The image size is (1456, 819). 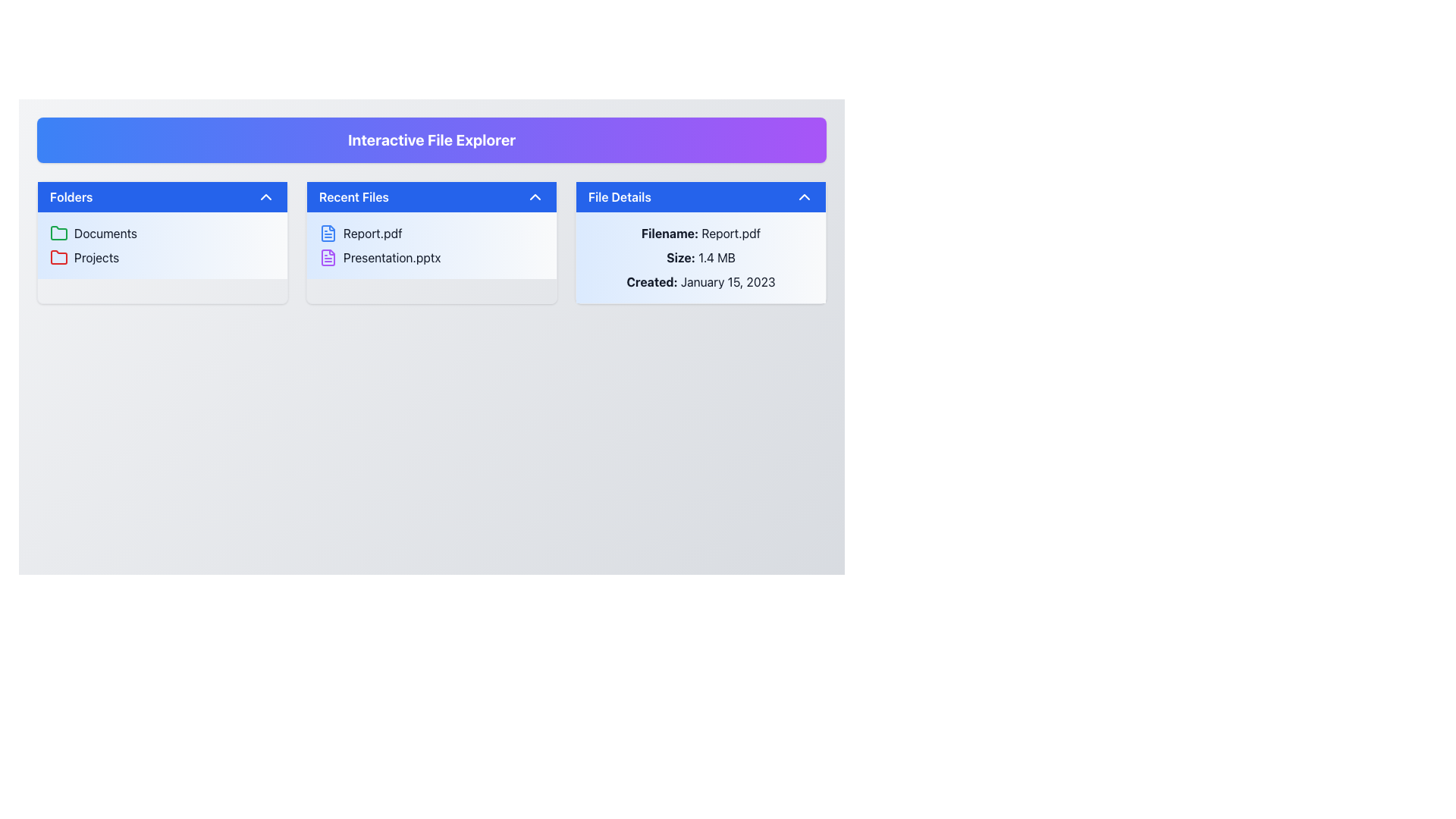 I want to click on the icon representing the file 'Report.pdf' located to the left of the text in the 'Recent Files' panel, so click(x=327, y=234).